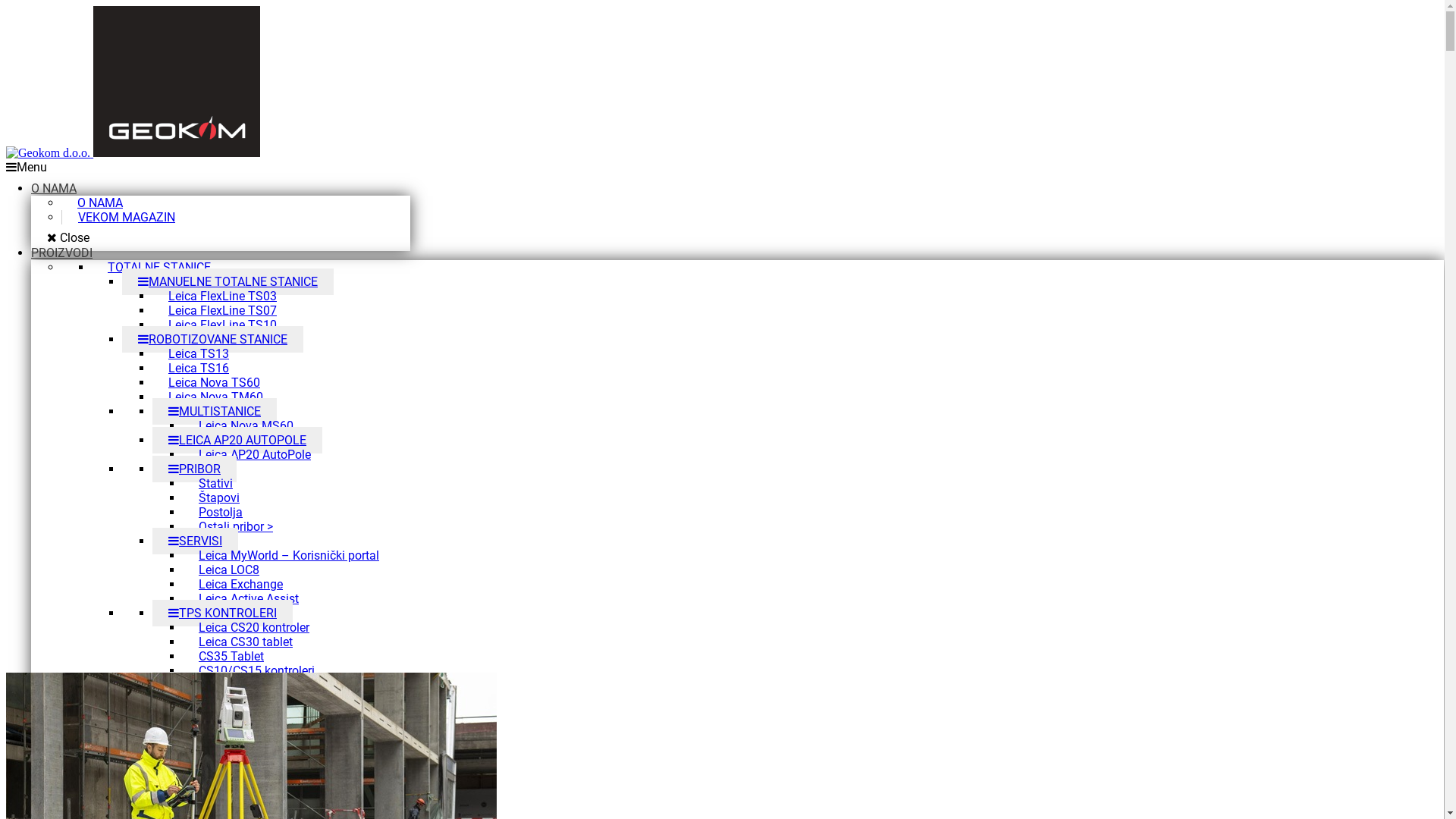  I want to click on 'Leica LOC8', so click(182, 570).